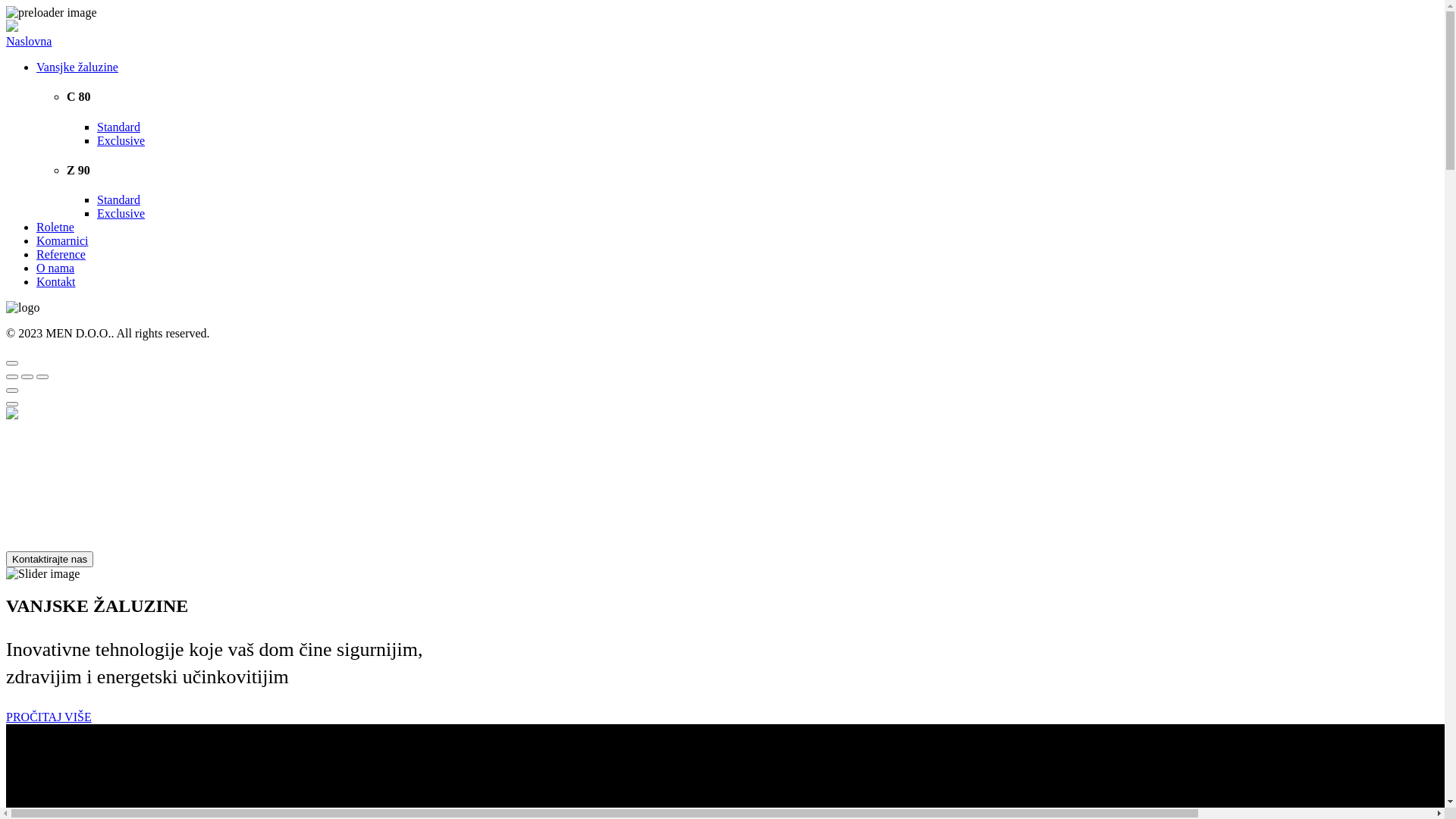  Describe the element at coordinates (118, 199) in the screenshot. I see `'Standard'` at that location.